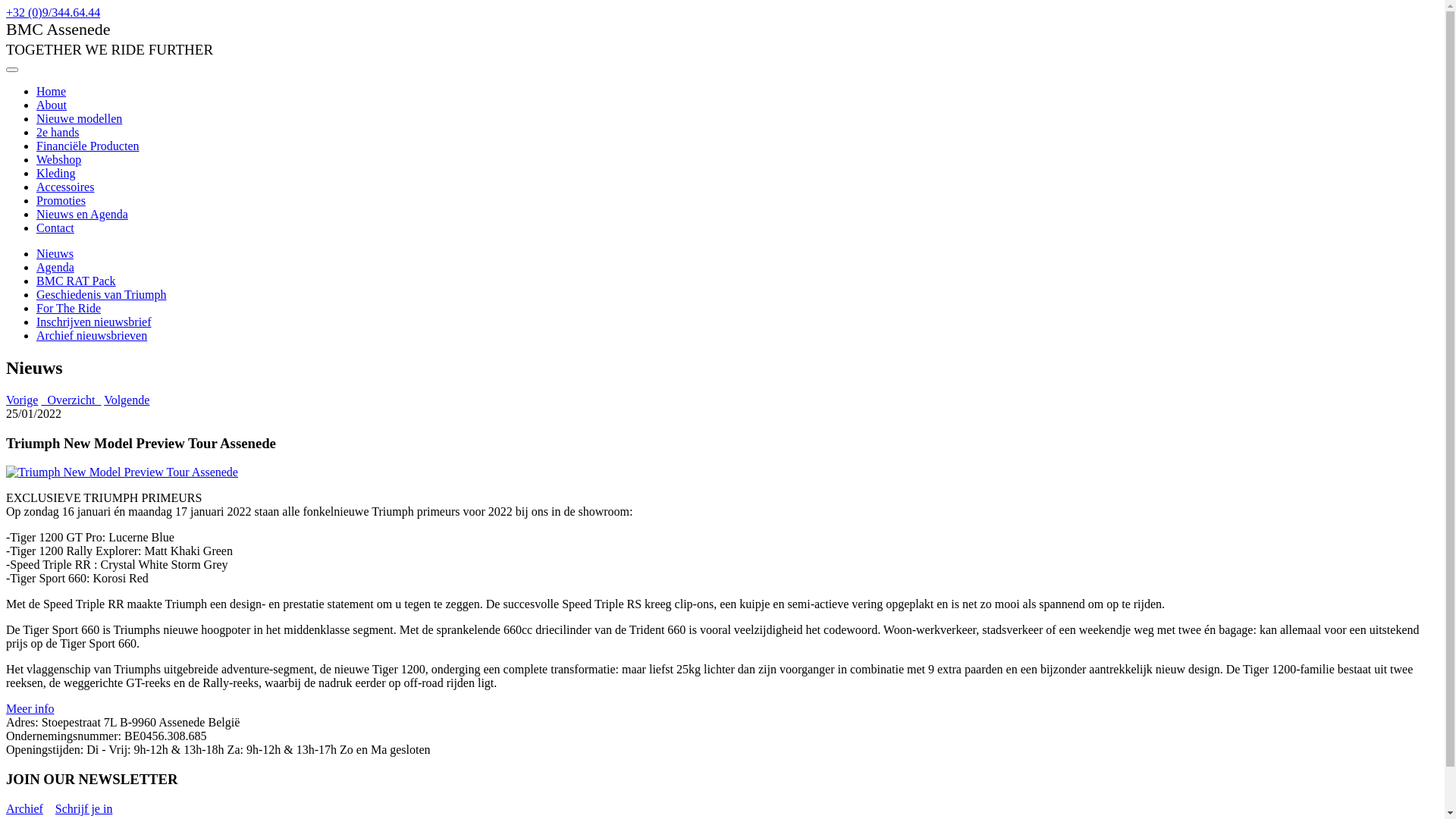 The height and width of the screenshot is (819, 1456). Describe the element at coordinates (24, 808) in the screenshot. I see `'Archief'` at that location.